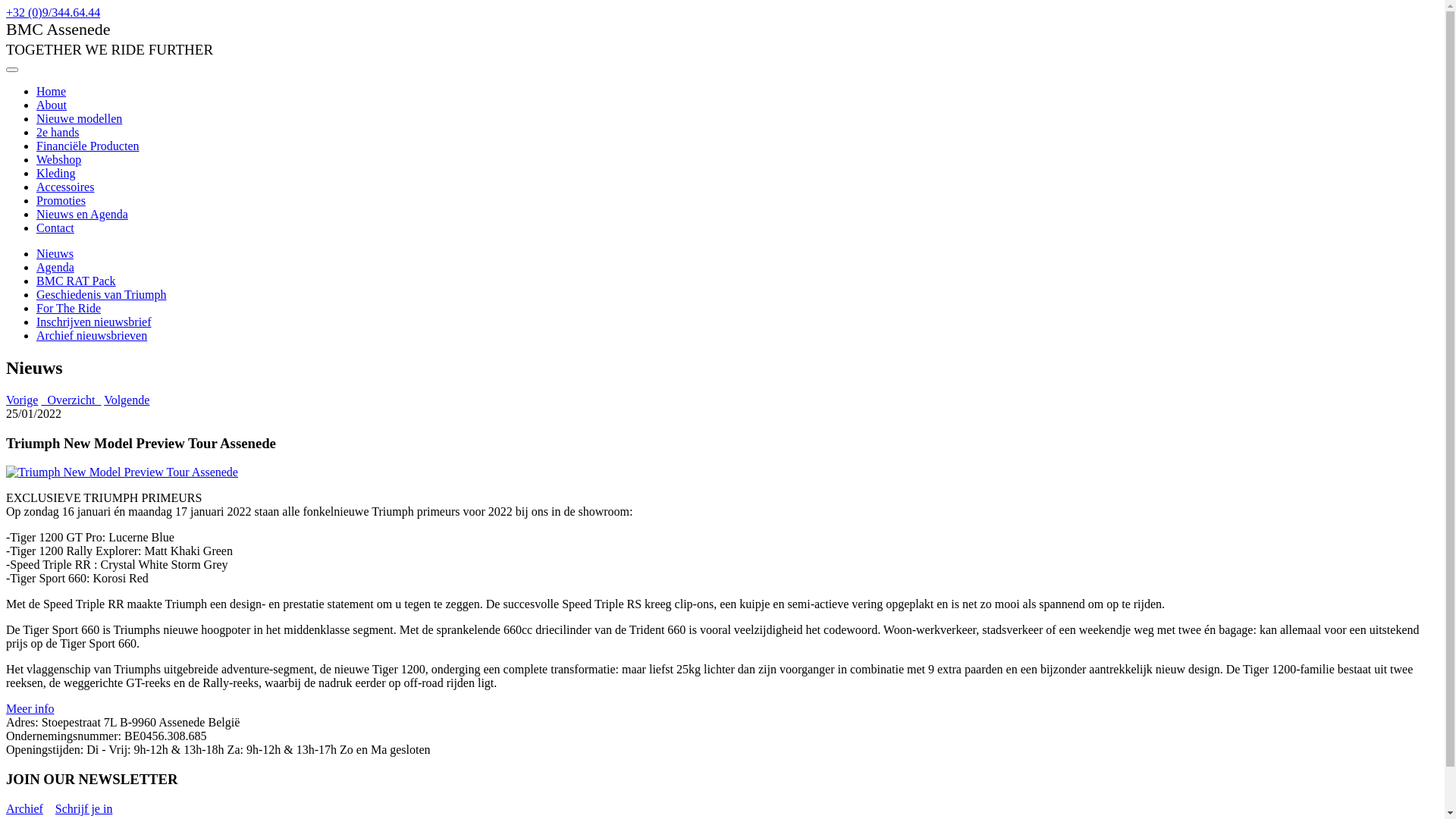 The height and width of the screenshot is (819, 1456). Describe the element at coordinates (24, 808) in the screenshot. I see `'Archief'` at that location.